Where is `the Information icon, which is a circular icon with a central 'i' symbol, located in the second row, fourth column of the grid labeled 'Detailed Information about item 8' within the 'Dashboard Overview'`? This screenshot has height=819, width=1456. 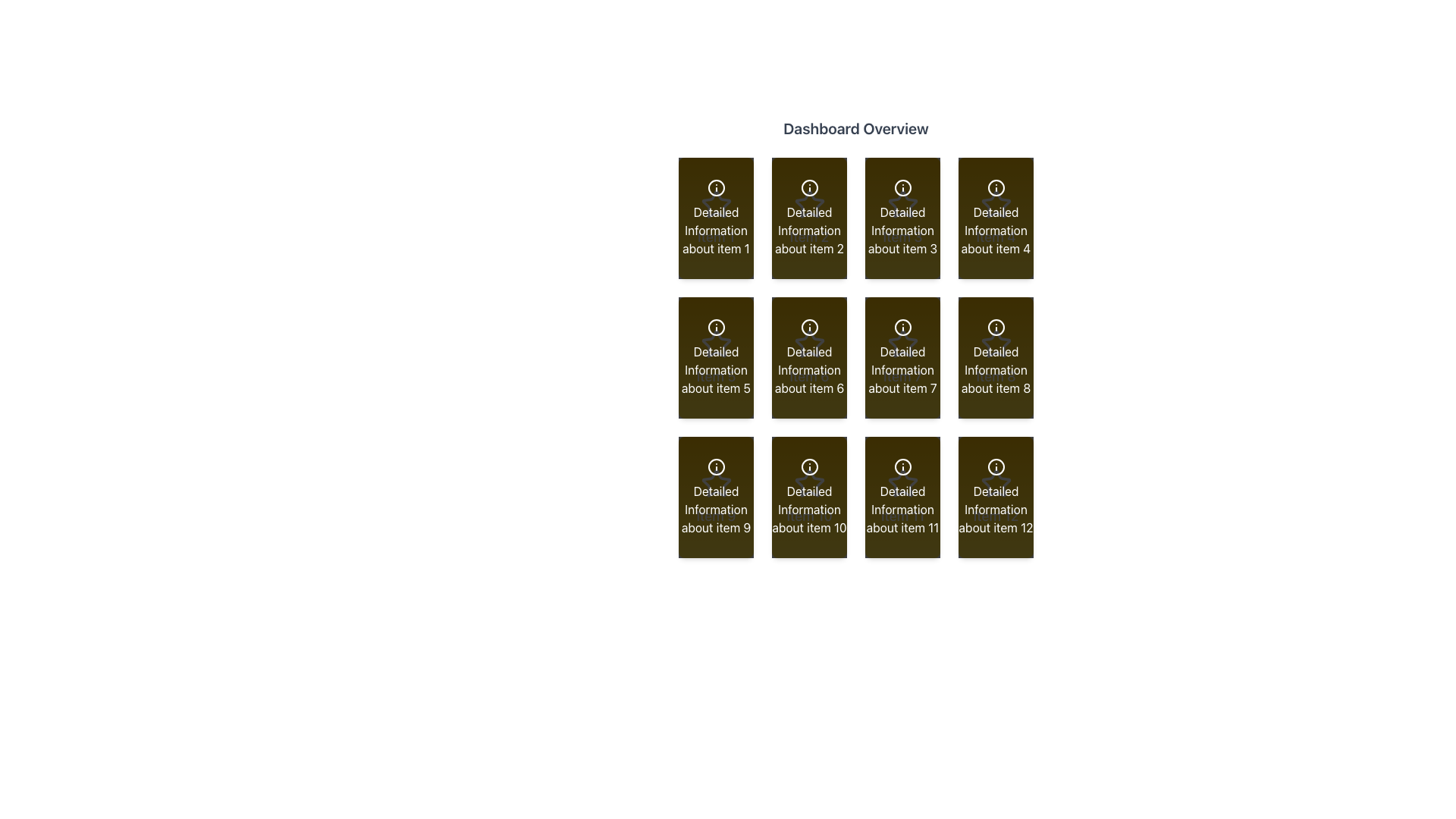 the Information icon, which is a circular icon with a central 'i' symbol, located in the second row, fourth column of the grid labeled 'Detailed Information about item 8' within the 'Dashboard Overview' is located at coordinates (996, 327).